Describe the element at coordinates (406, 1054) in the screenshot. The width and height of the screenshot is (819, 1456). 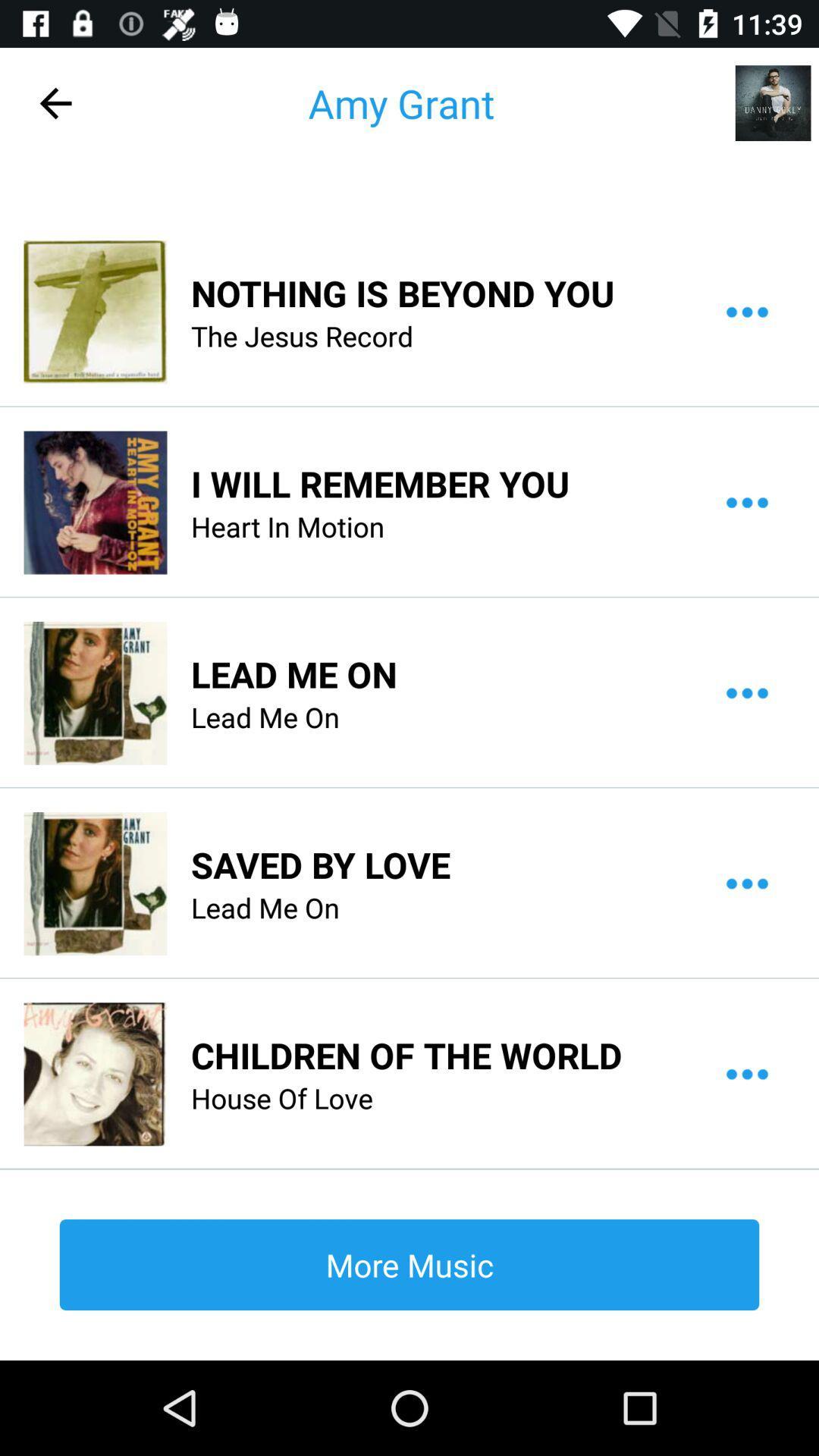
I see `icon above house of love item` at that location.